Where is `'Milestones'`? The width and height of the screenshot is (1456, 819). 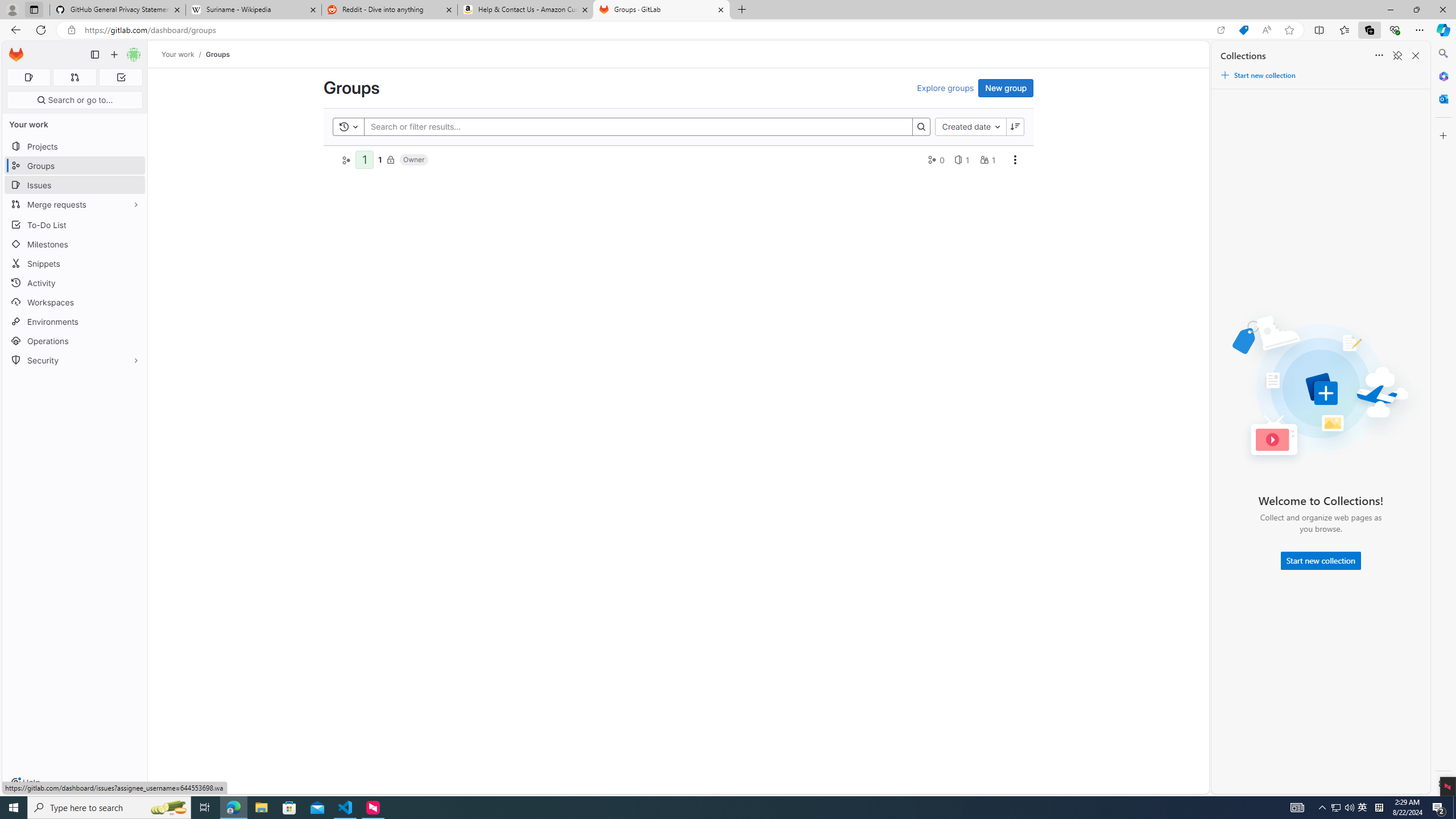
'Milestones' is located at coordinates (74, 243).